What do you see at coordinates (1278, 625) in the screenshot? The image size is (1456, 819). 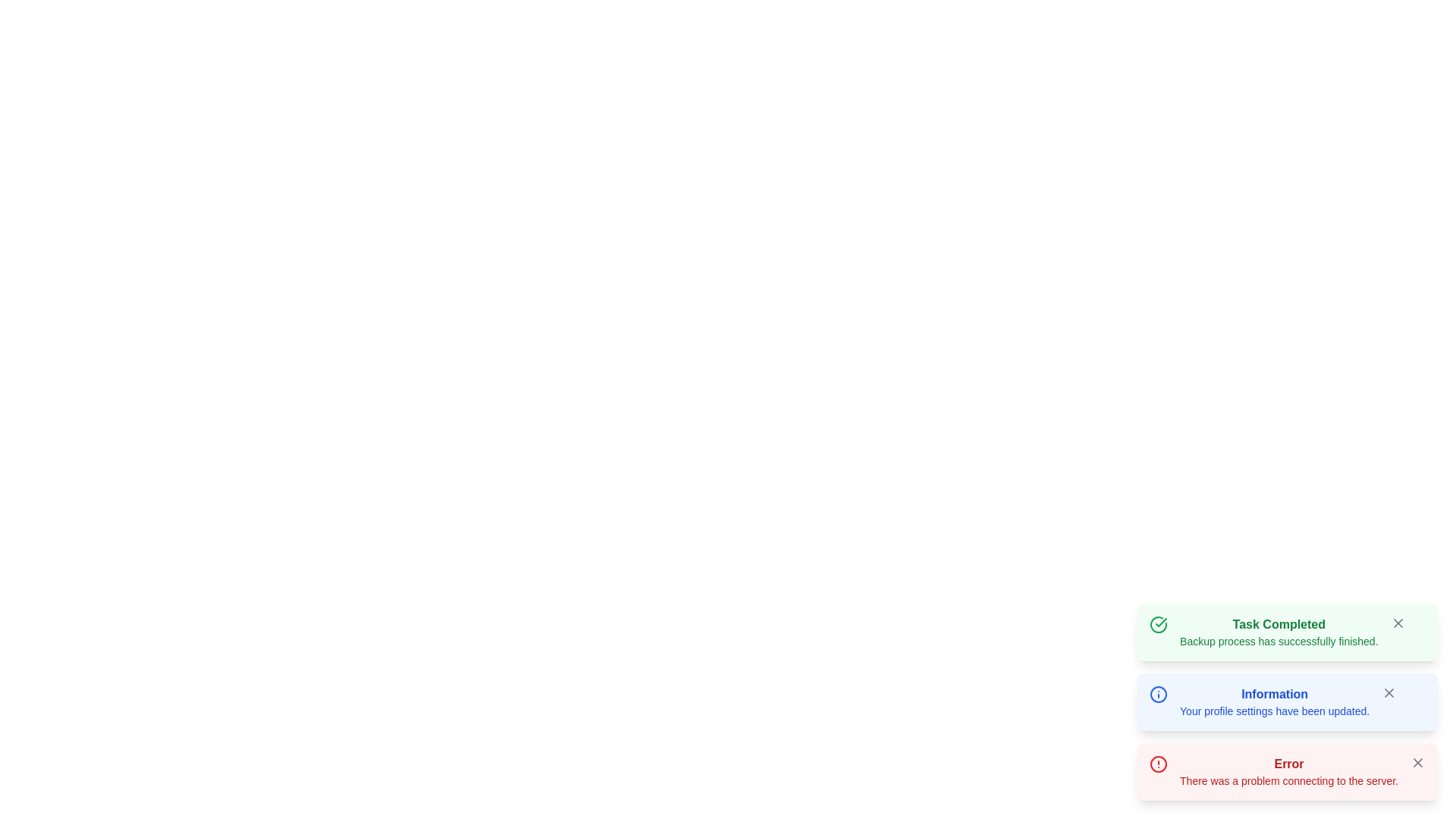 I see `the 'Task Completed' text label located at the top of the notification box indicating successful task completion` at bounding box center [1278, 625].